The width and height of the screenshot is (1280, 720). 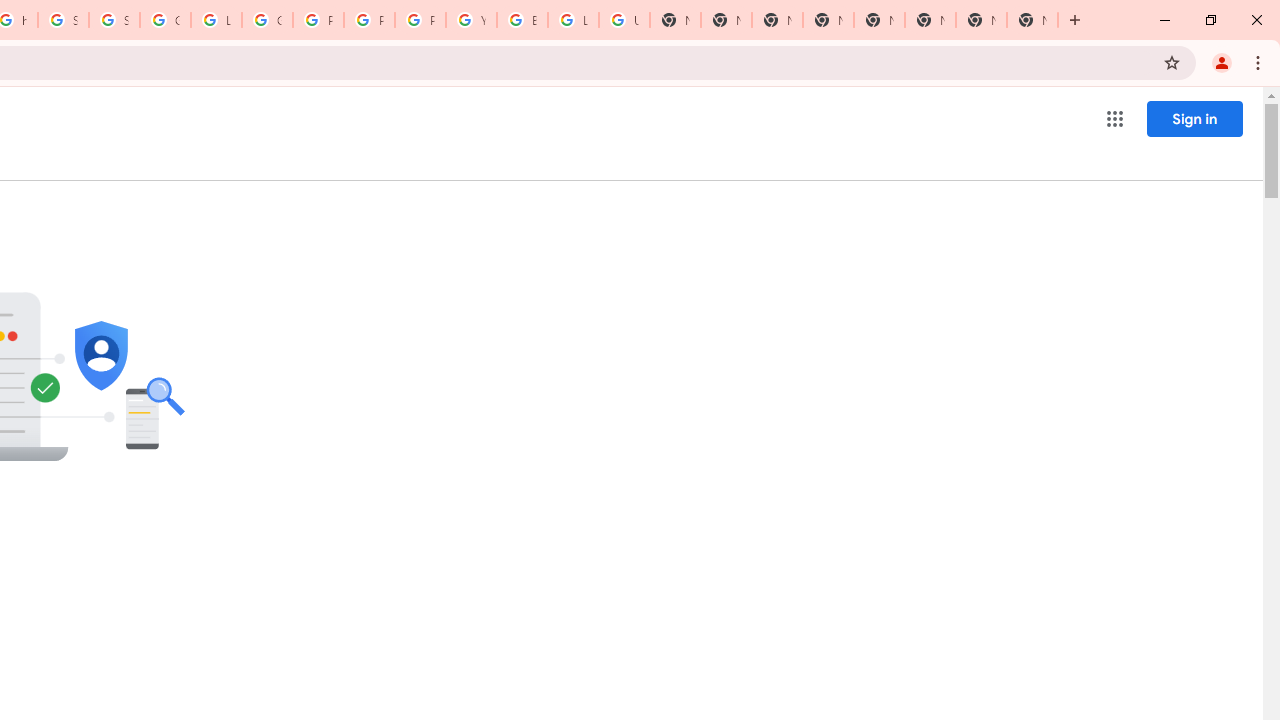 I want to click on 'New Tab', so click(x=1032, y=20).